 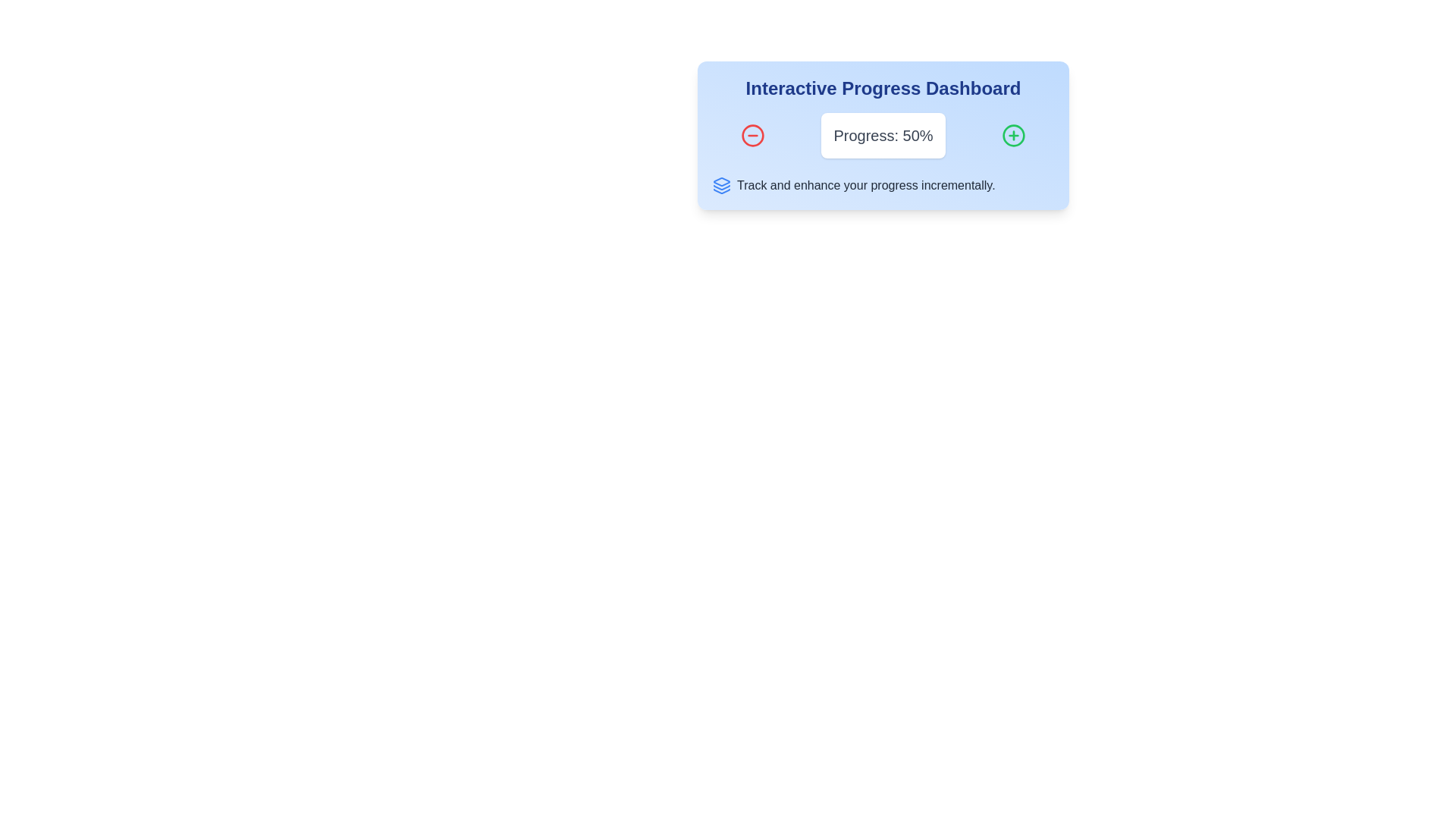 What do you see at coordinates (753, 134) in the screenshot?
I see `the circular visual element representing a subtraction action within the icon on the 'Interactive Progress Dashboard' card` at bounding box center [753, 134].